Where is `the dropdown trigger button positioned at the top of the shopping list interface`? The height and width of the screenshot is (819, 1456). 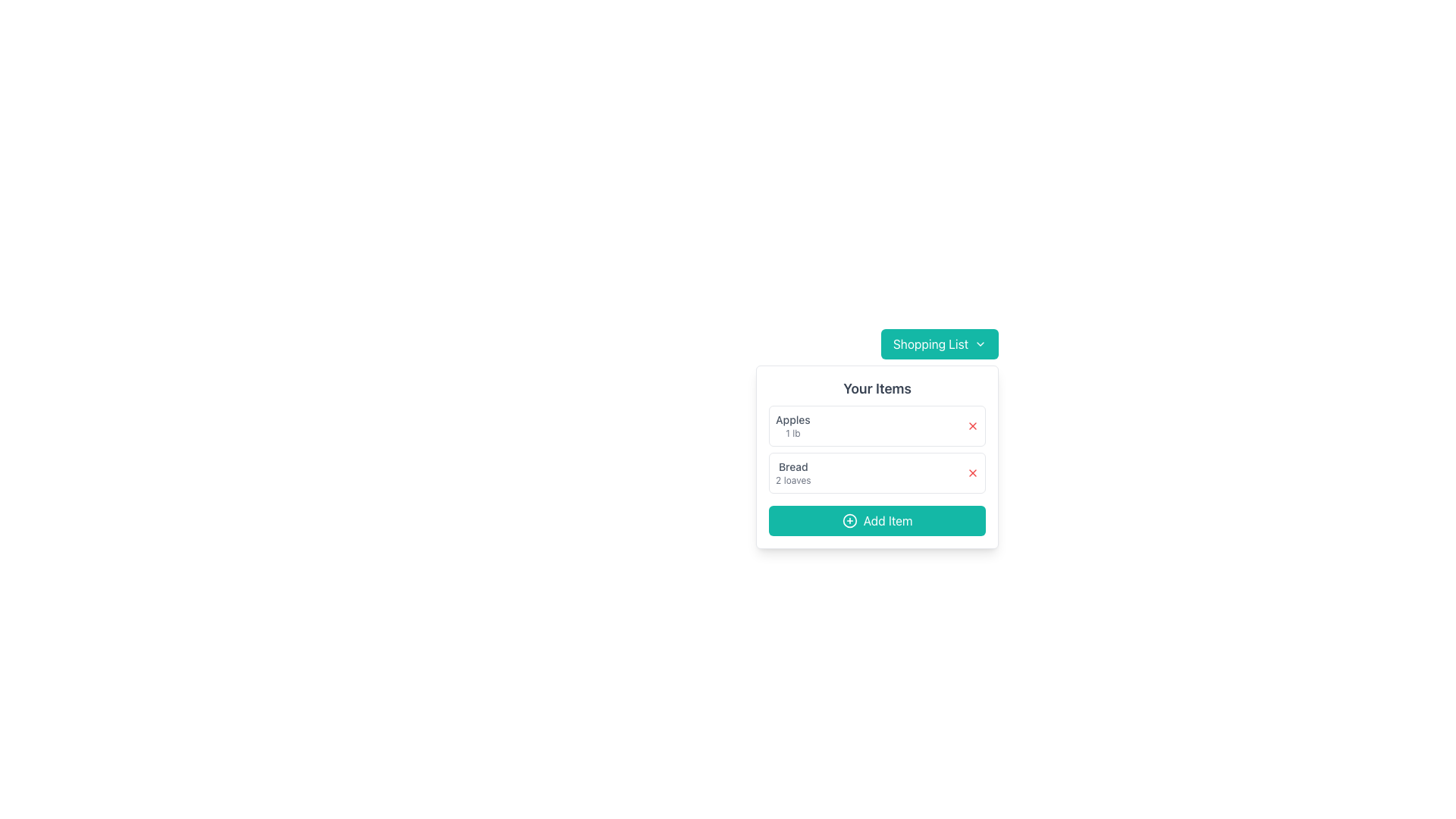 the dropdown trigger button positioned at the top of the shopping list interface is located at coordinates (939, 344).